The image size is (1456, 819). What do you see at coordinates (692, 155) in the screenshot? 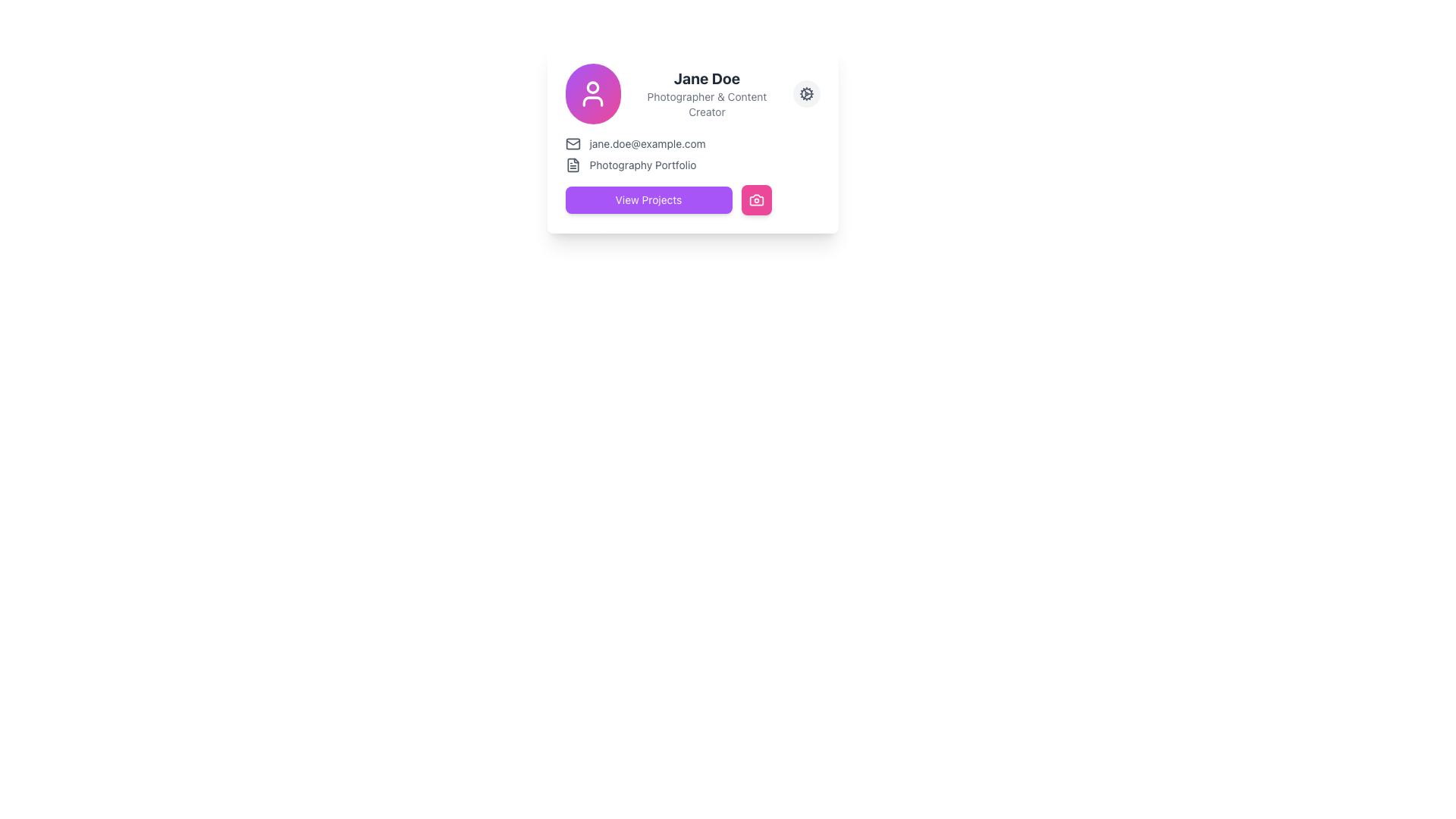
I see `the text label displaying 'jane.doe@example.com' and 'Photography Portfolio', which is centrally aligned below the 'Jane Doe Photographer & Content Creator' section` at bounding box center [692, 155].